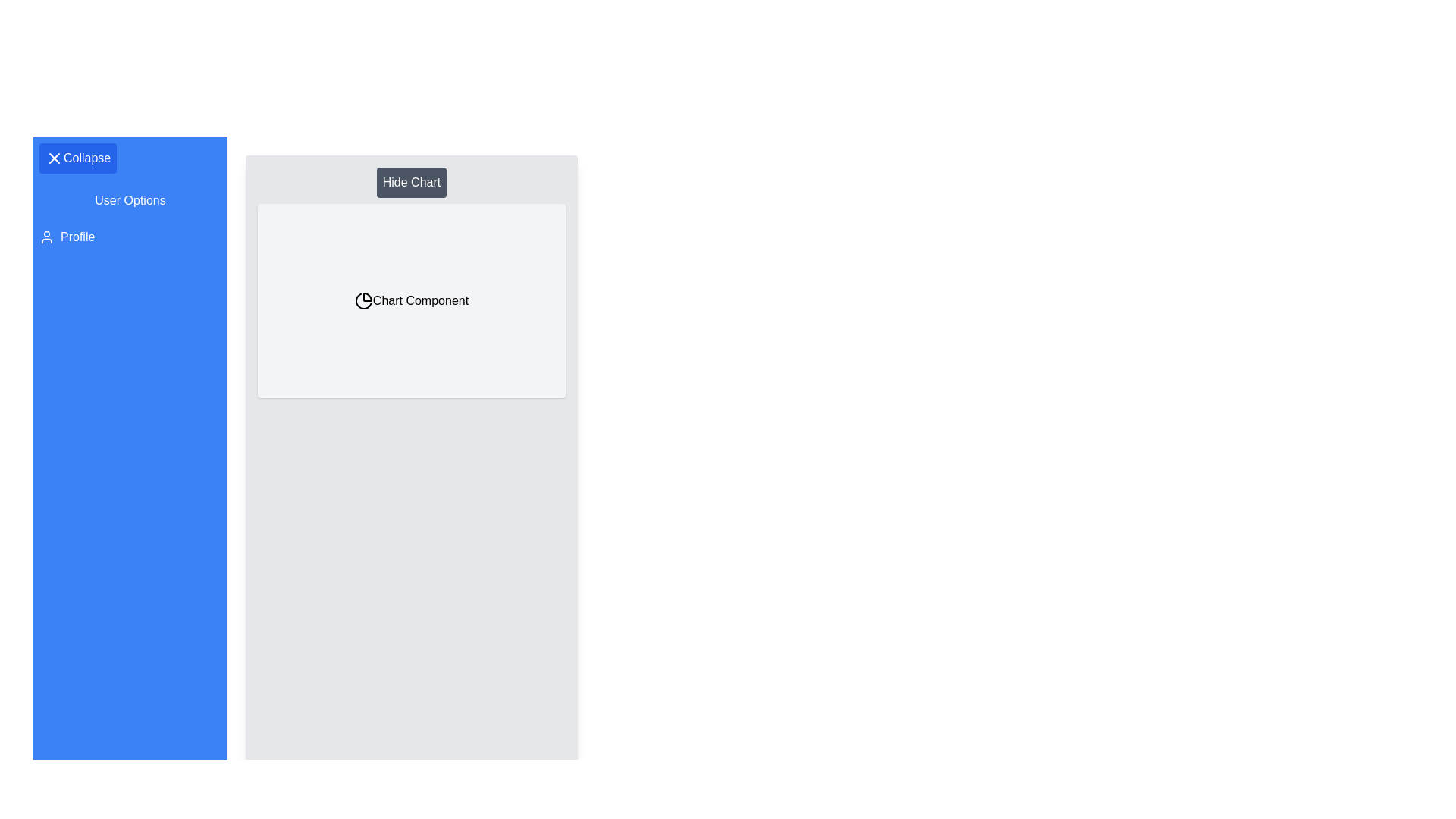  I want to click on the 'Profile' text label displayed in white against the blue sidebar background, located below the 'User Options' title and next to the user avatar icon, so click(77, 237).